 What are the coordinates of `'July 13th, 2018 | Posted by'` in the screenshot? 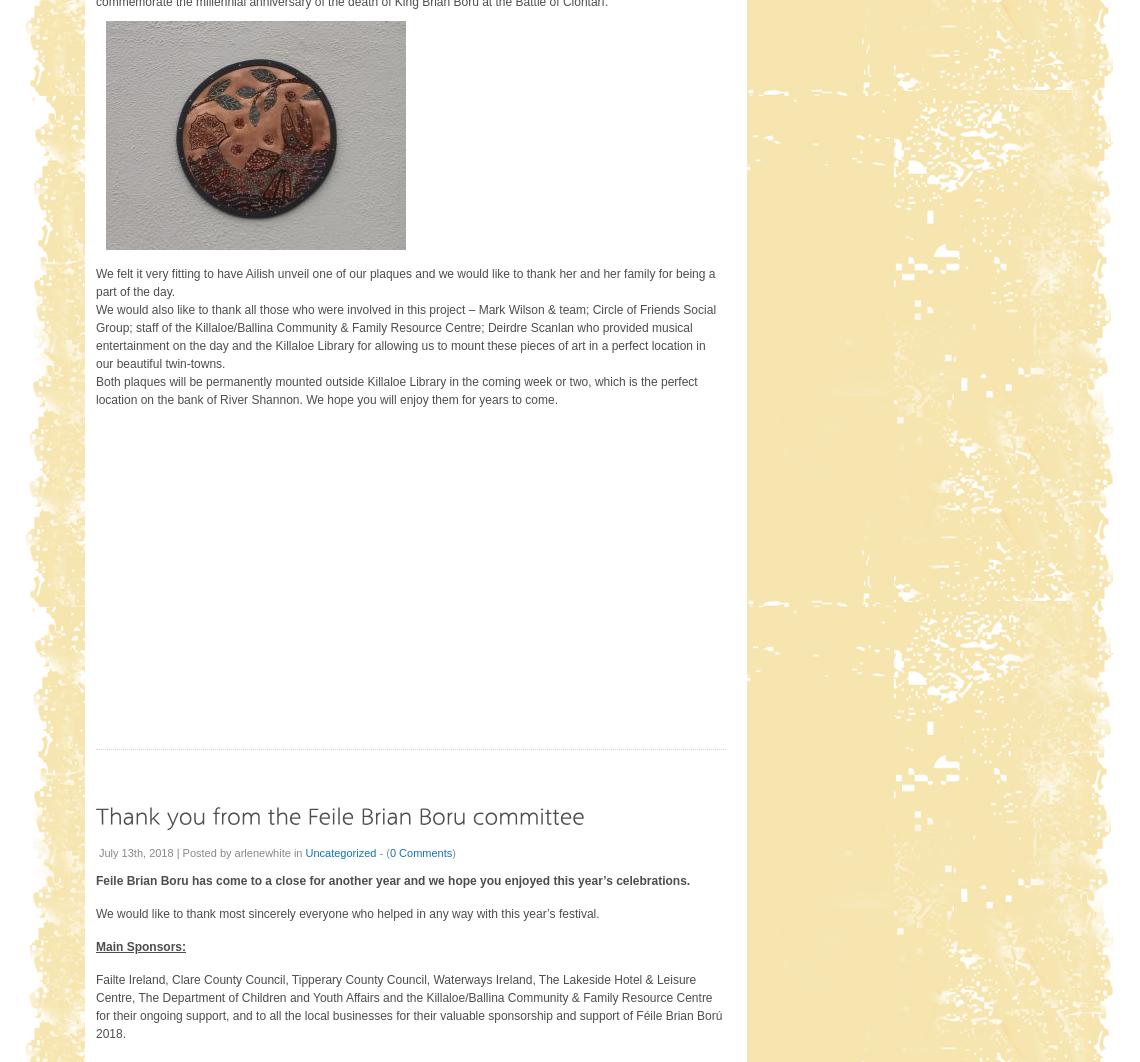 It's located at (97, 851).